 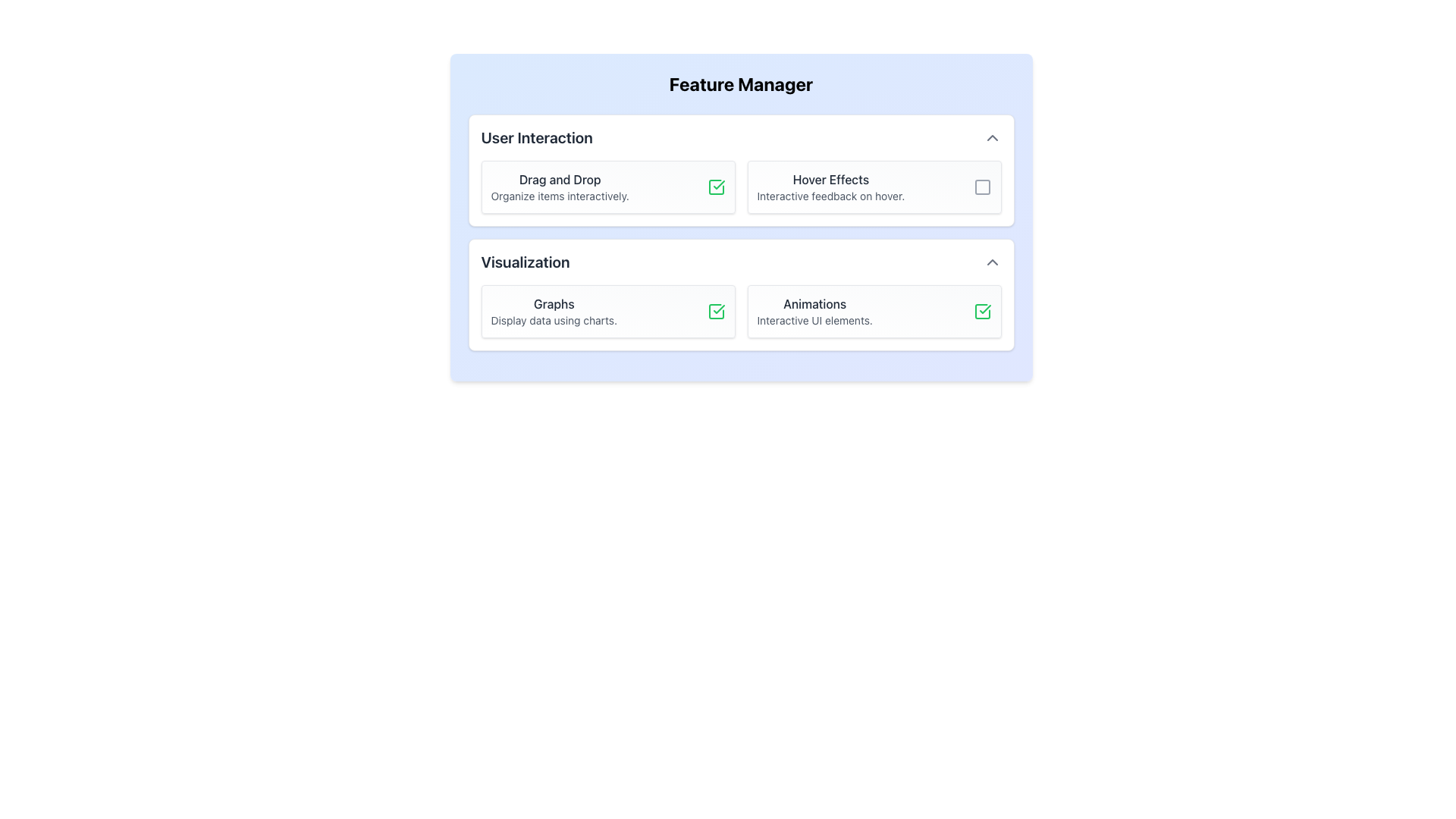 What do you see at coordinates (982, 311) in the screenshot?
I see `the selection status icon located in the bottom-right region of the 'Animations' card` at bounding box center [982, 311].